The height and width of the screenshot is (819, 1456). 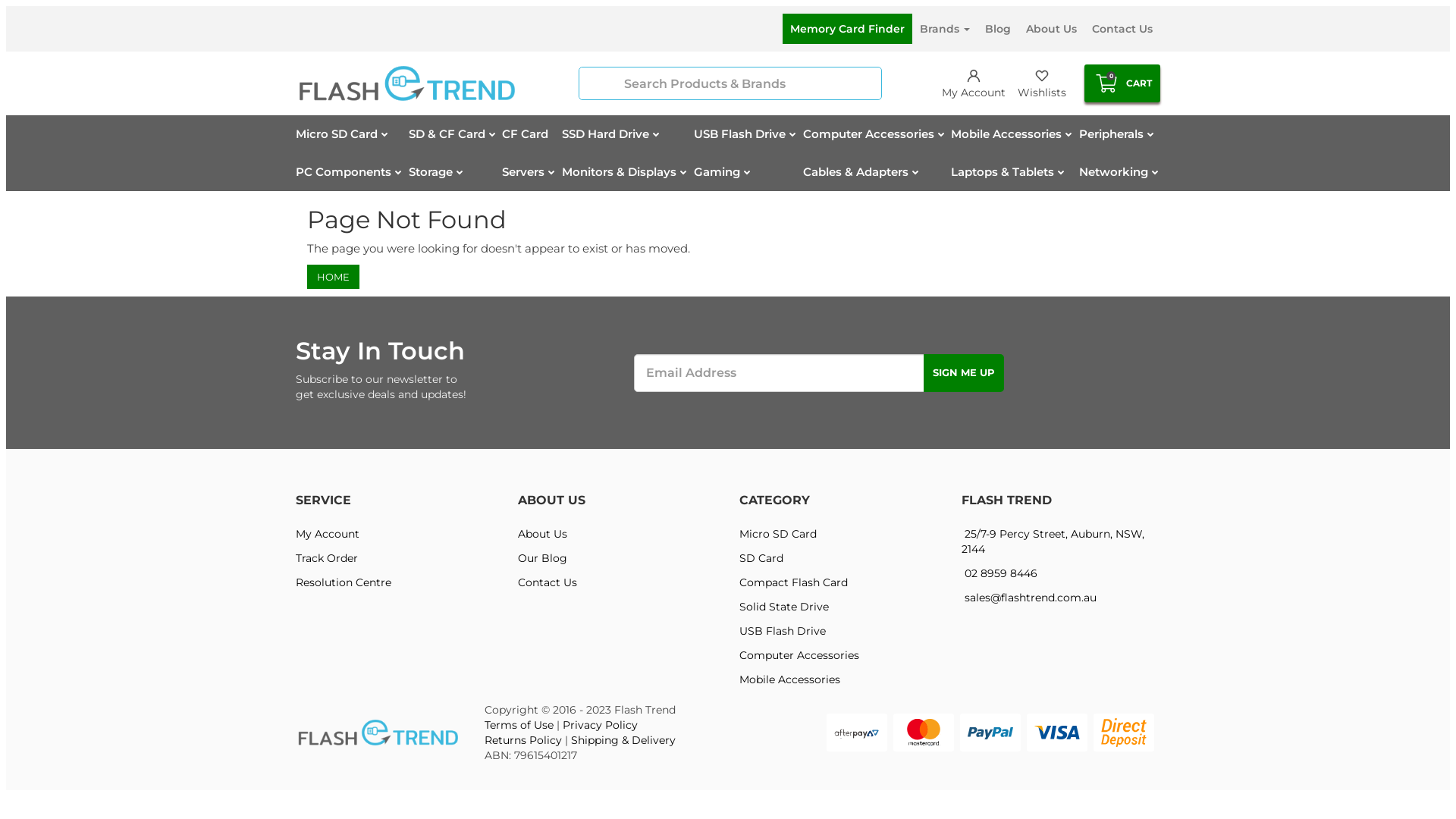 What do you see at coordinates (1117, 133) in the screenshot?
I see `'Peripherals'` at bounding box center [1117, 133].